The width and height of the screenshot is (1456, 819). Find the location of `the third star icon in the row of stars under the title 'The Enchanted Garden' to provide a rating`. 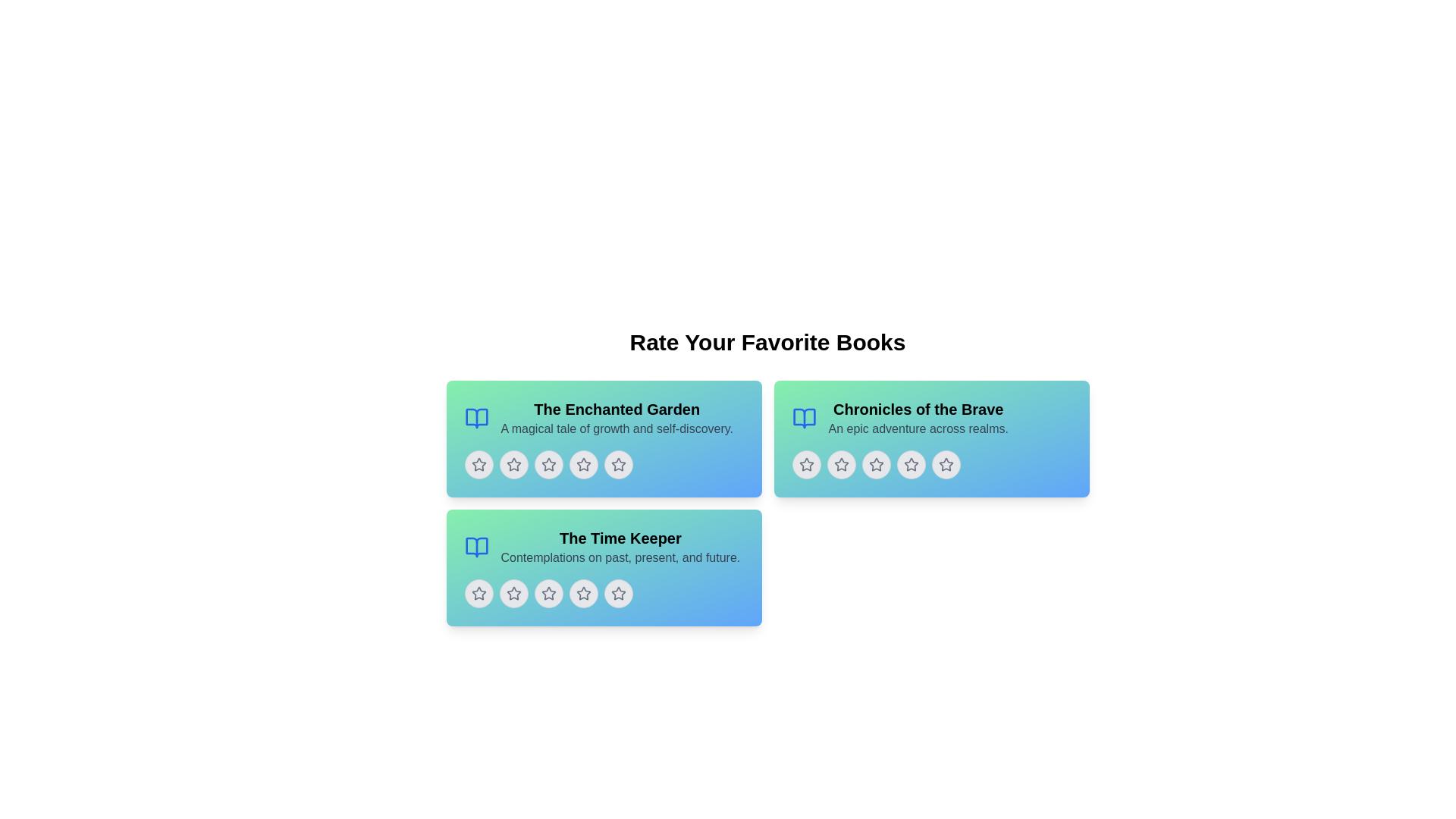

the third star icon in the row of stars under the title 'The Enchanted Garden' to provide a rating is located at coordinates (582, 463).